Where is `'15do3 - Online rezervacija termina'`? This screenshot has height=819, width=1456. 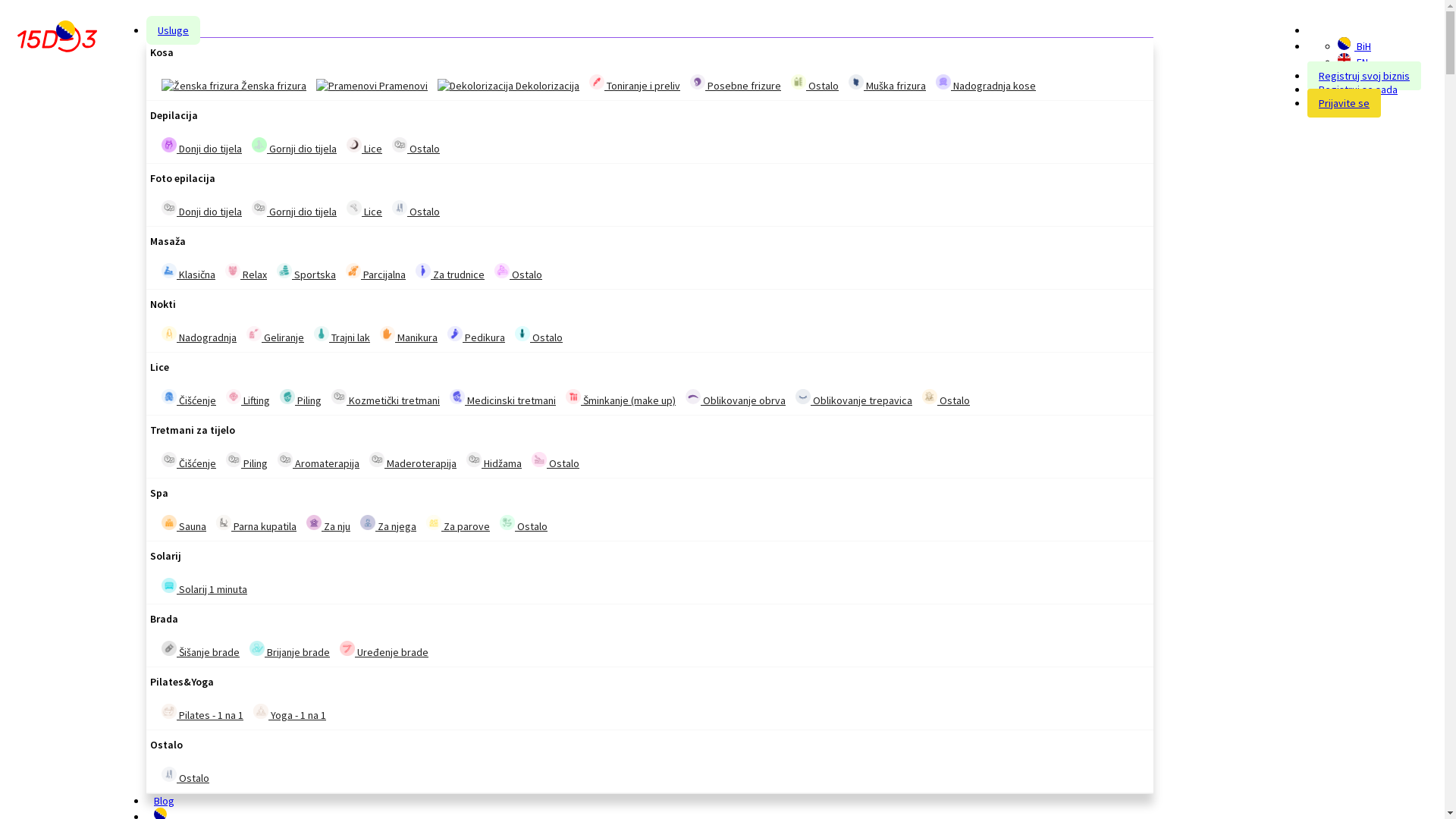
'15do3 - Online rezervacija termina' is located at coordinates (17, 37).